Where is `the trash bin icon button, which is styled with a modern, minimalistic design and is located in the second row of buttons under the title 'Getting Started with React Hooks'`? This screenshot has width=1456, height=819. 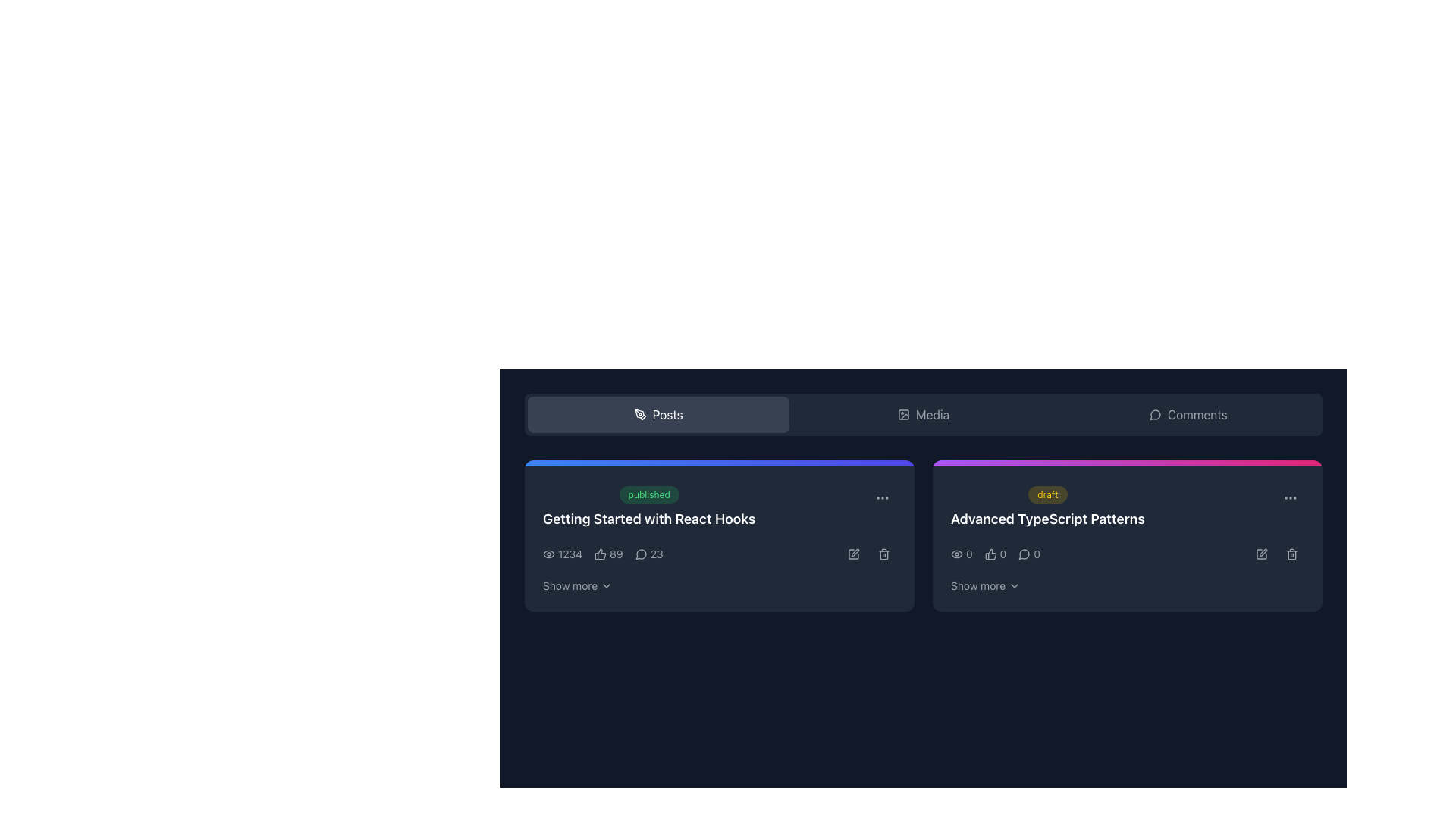
the trash bin icon button, which is styled with a modern, minimalistic design and is located in the second row of buttons under the title 'Getting Started with React Hooks' is located at coordinates (884, 554).